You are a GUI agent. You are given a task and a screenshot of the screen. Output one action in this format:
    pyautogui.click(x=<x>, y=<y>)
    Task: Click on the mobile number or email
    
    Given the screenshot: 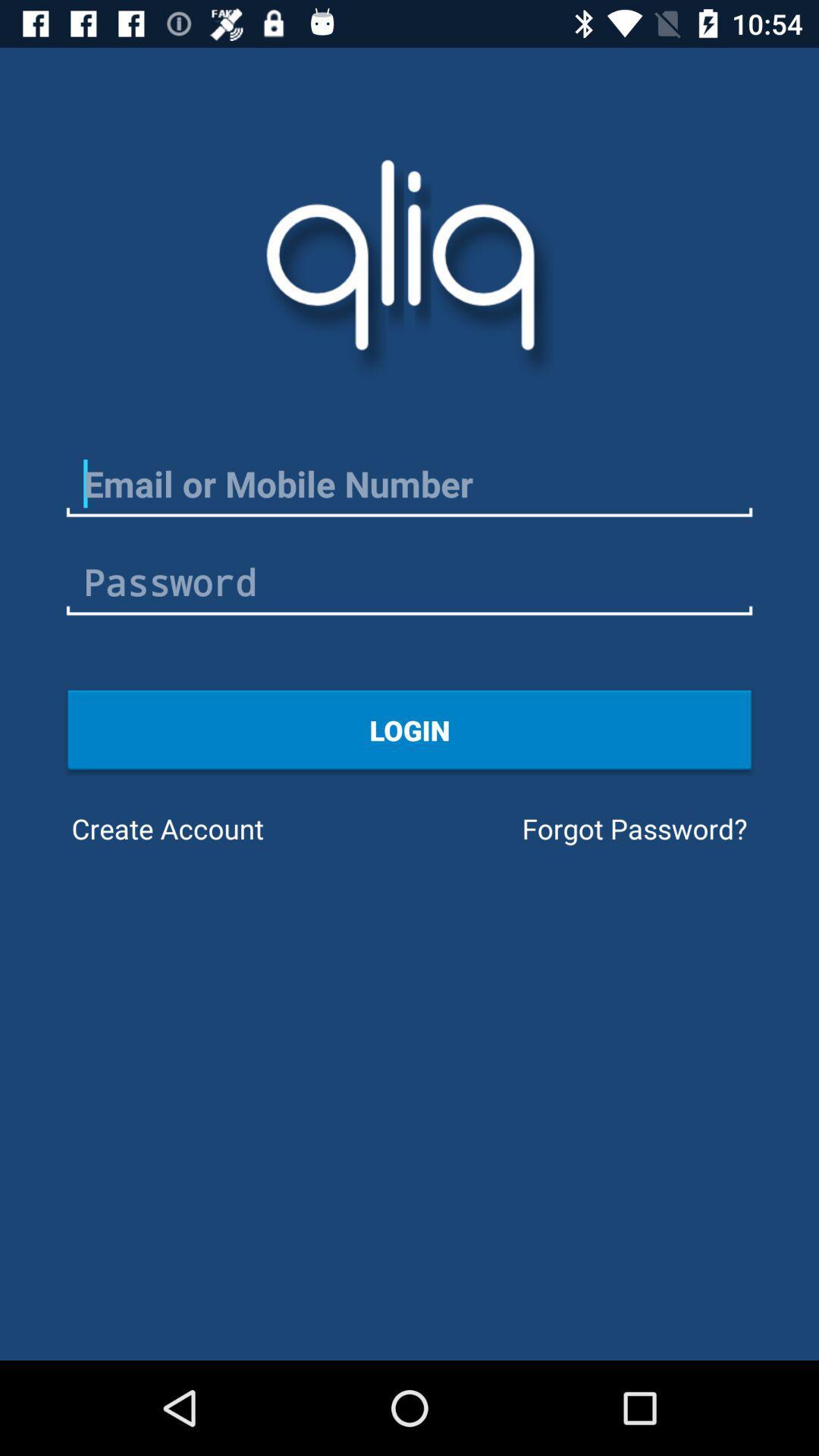 What is the action you would take?
    pyautogui.click(x=409, y=483)
    